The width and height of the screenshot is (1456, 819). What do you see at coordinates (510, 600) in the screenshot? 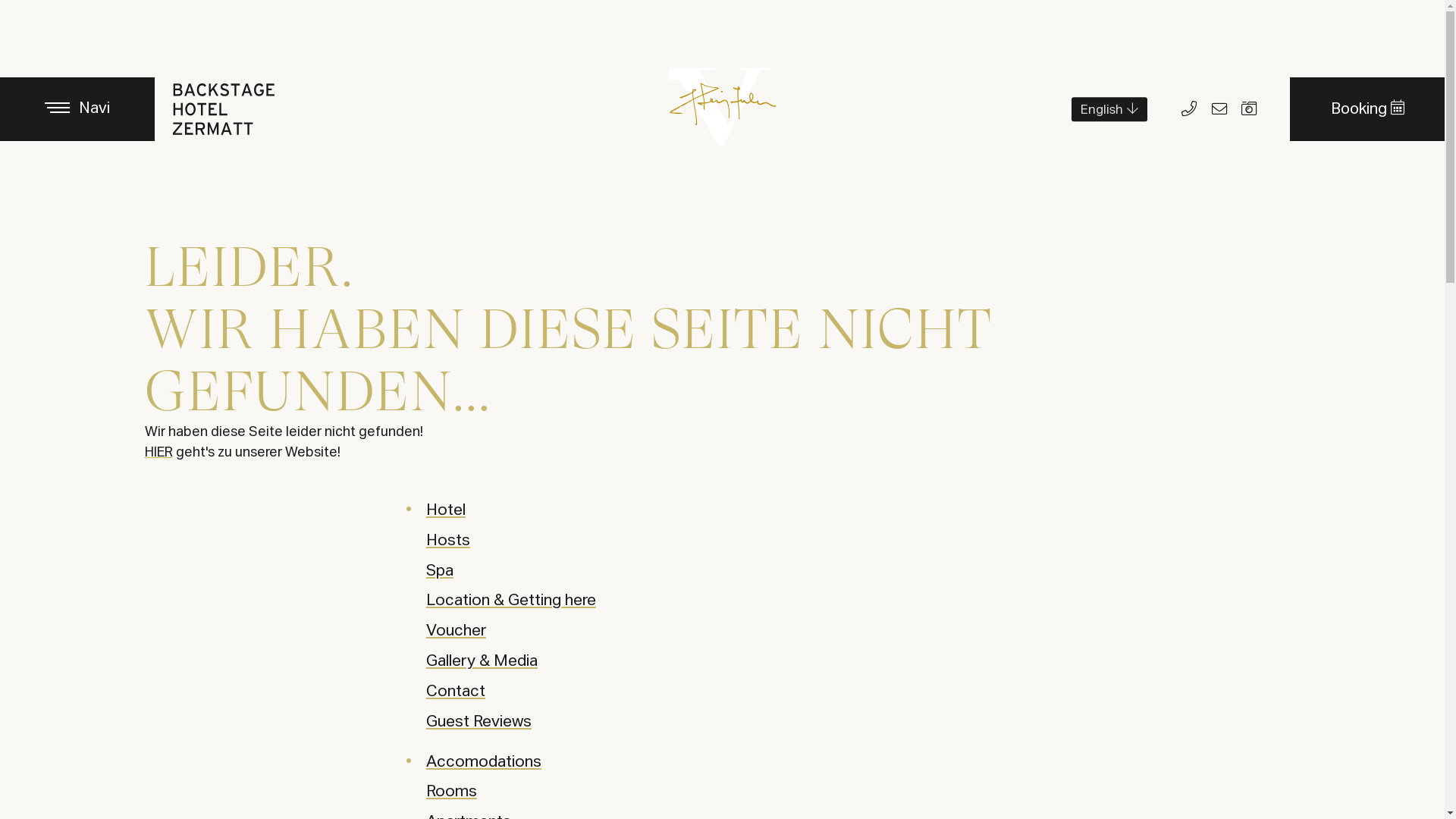
I see `'Location & Getting here'` at bounding box center [510, 600].